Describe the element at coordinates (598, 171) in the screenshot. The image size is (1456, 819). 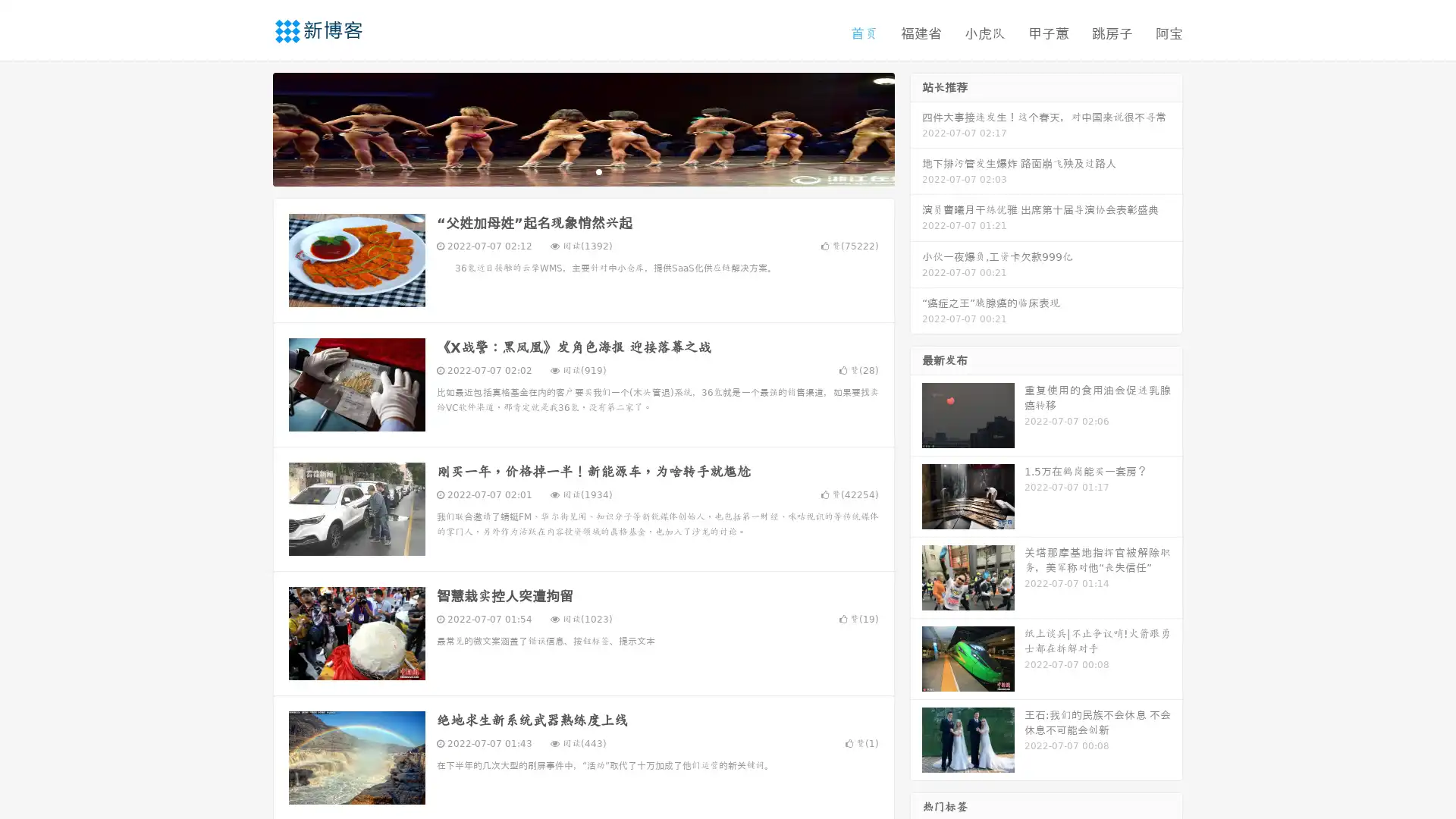
I see `Go to slide 3` at that location.